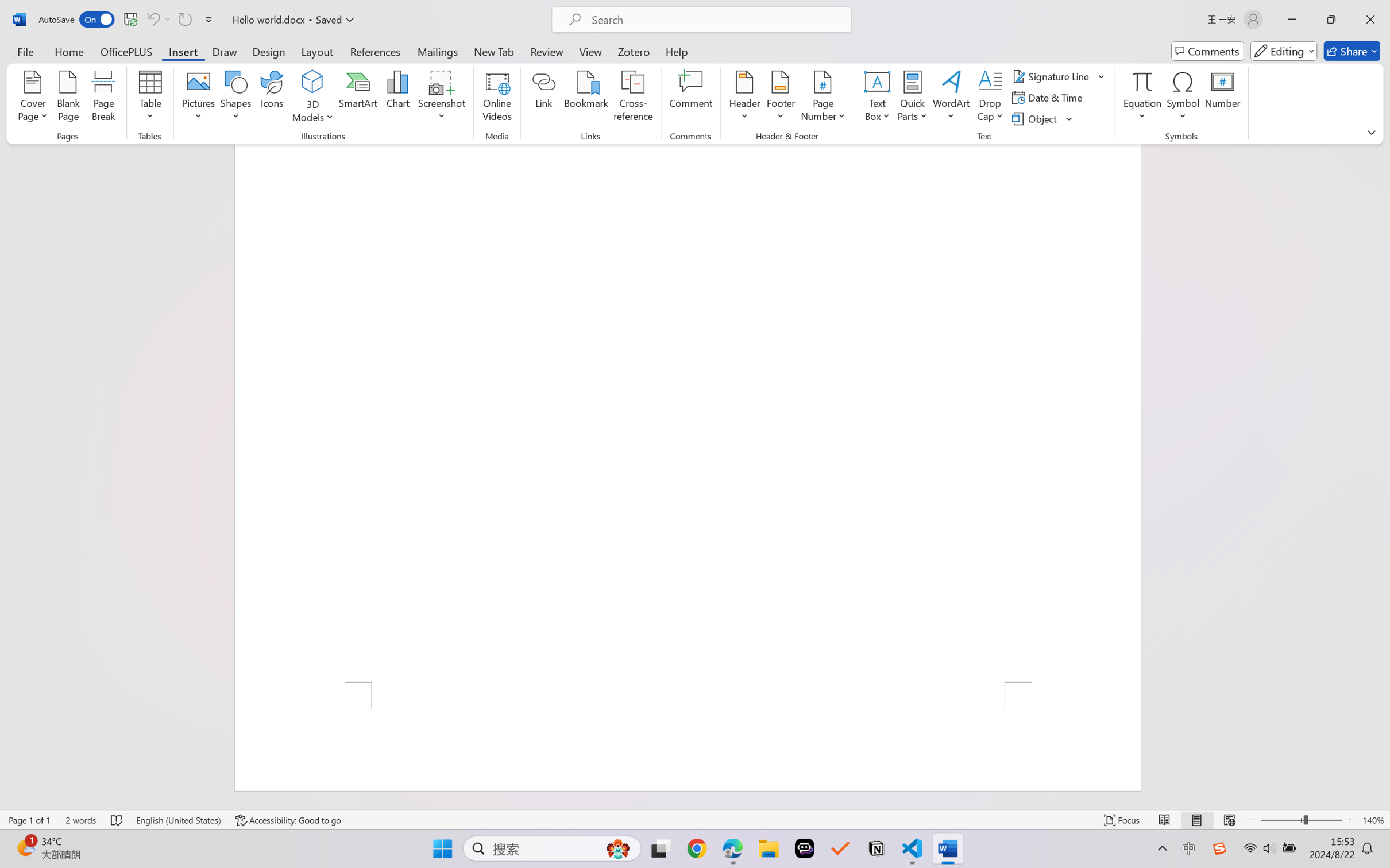 This screenshot has width=1390, height=868. Describe the element at coordinates (182, 51) in the screenshot. I see `'Insert'` at that location.